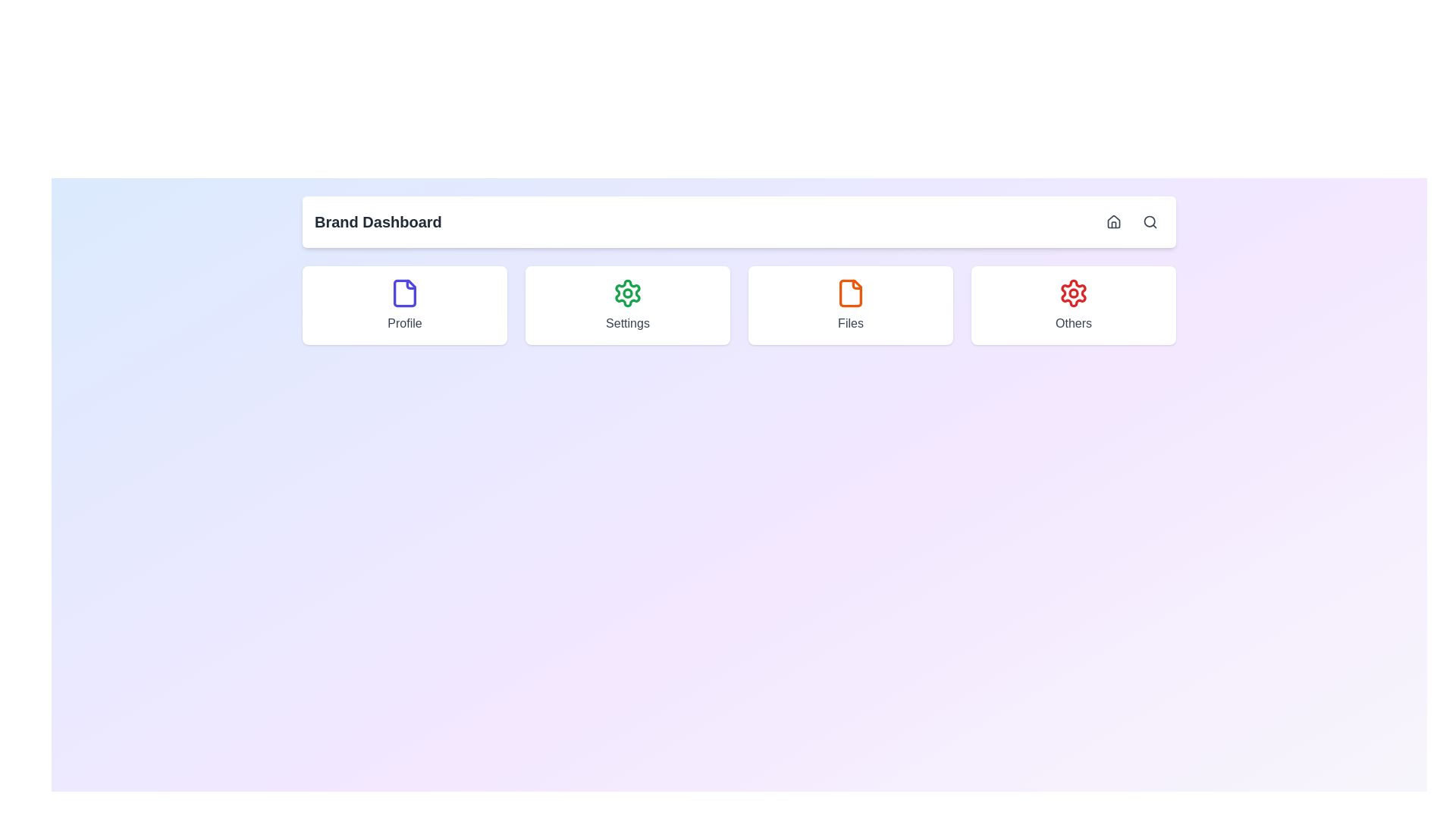  What do you see at coordinates (1150, 222) in the screenshot?
I see `the circular search button with a magnifying glass icon located at the top right of the interface to change its background color` at bounding box center [1150, 222].